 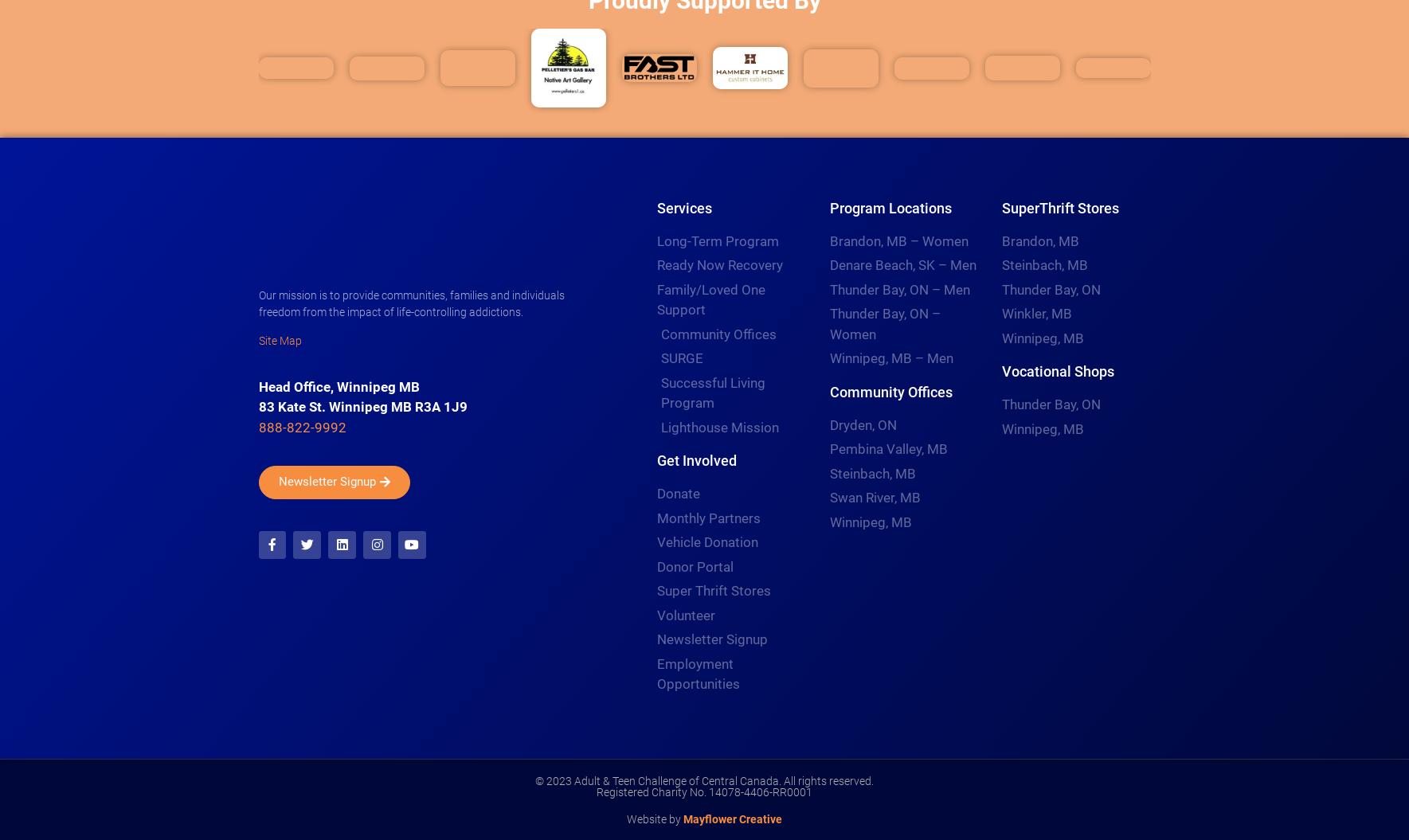 I want to click on 'Ready Now Recovery', so click(x=656, y=264).